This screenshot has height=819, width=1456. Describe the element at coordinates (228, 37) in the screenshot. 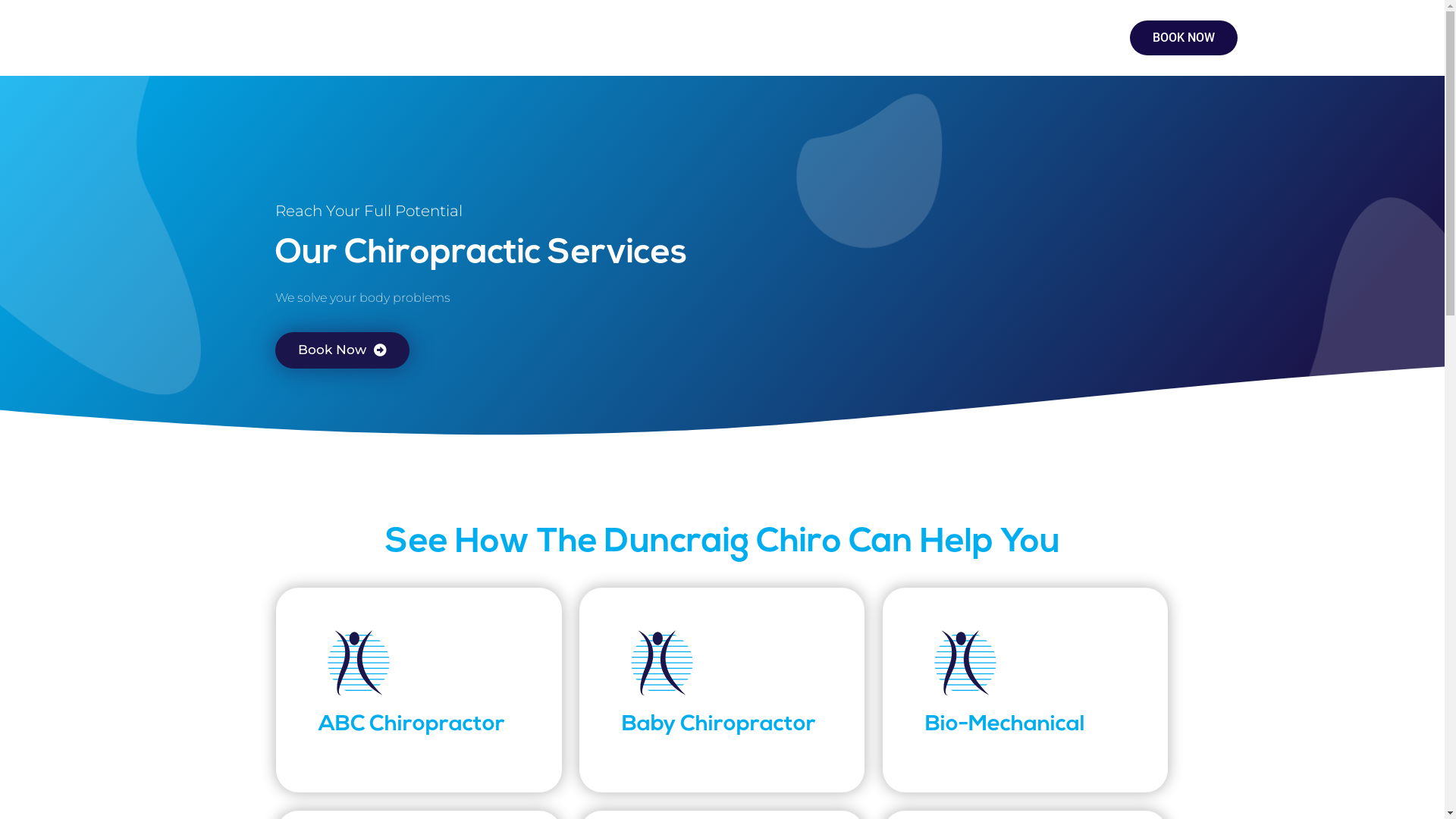

I see `'HOME'` at that location.